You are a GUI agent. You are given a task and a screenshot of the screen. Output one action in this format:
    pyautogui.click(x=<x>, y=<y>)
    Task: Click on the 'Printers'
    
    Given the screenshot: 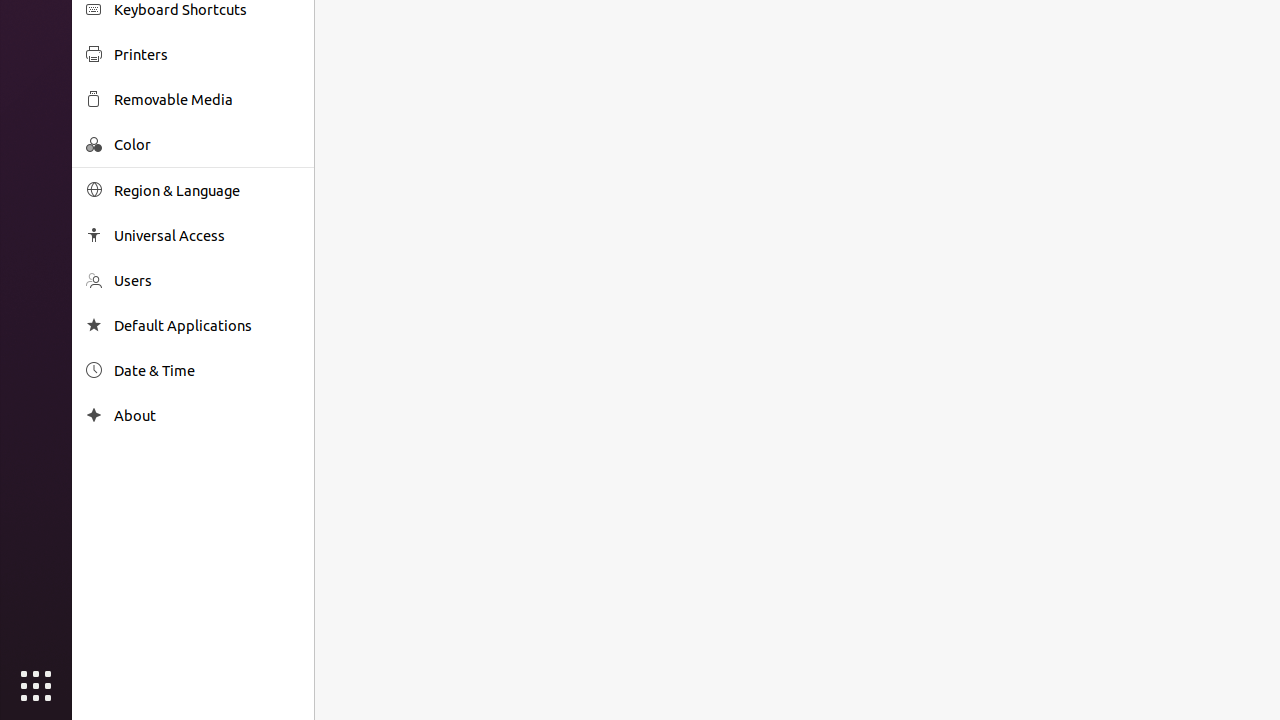 What is the action you would take?
    pyautogui.click(x=206, y=53)
    